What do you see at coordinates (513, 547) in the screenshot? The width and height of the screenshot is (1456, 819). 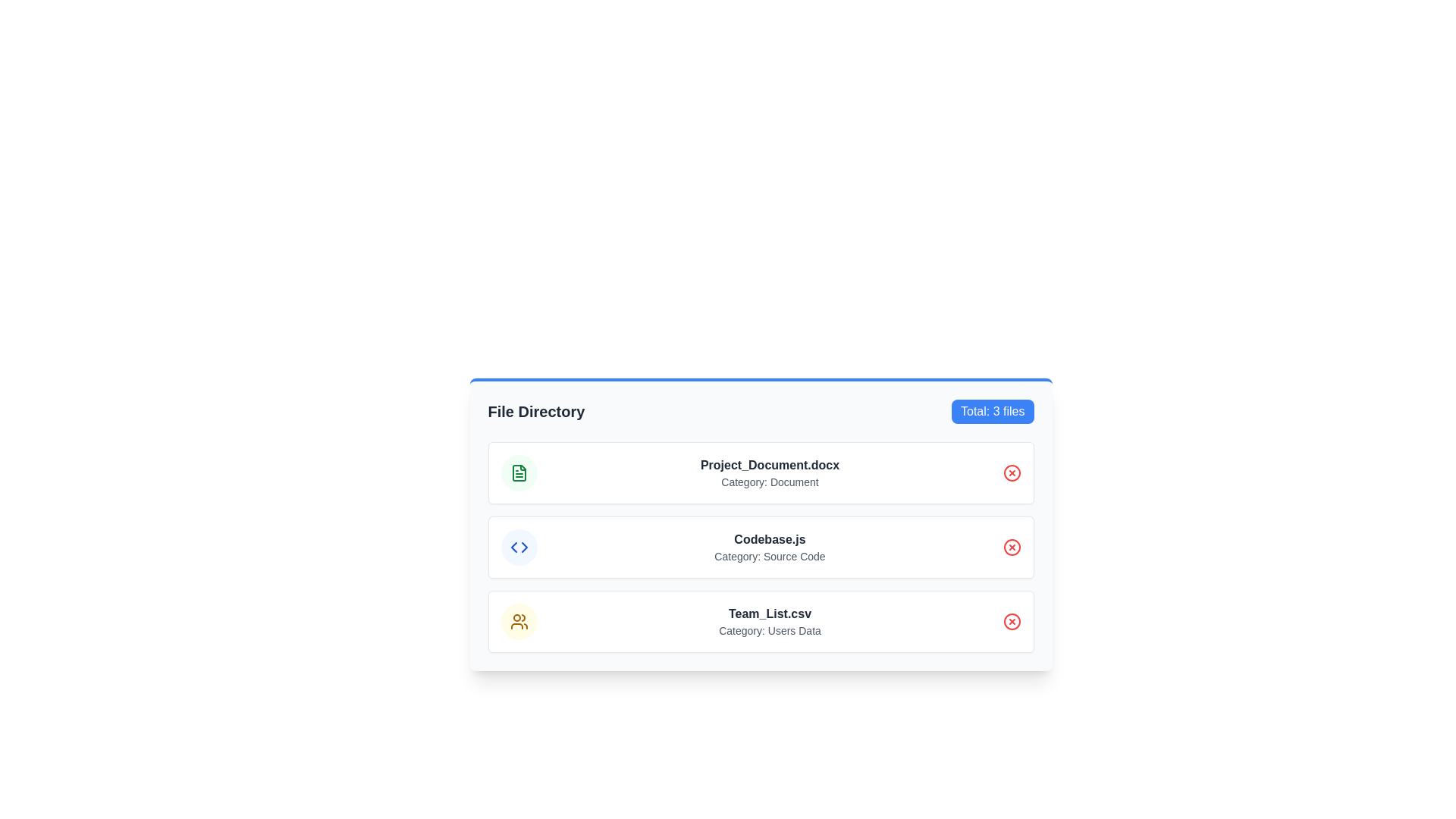 I see `the leftward pointing chevron icon located next to the 'Codebase.js' text in the second row of the list for accessibility navigation` at bounding box center [513, 547].